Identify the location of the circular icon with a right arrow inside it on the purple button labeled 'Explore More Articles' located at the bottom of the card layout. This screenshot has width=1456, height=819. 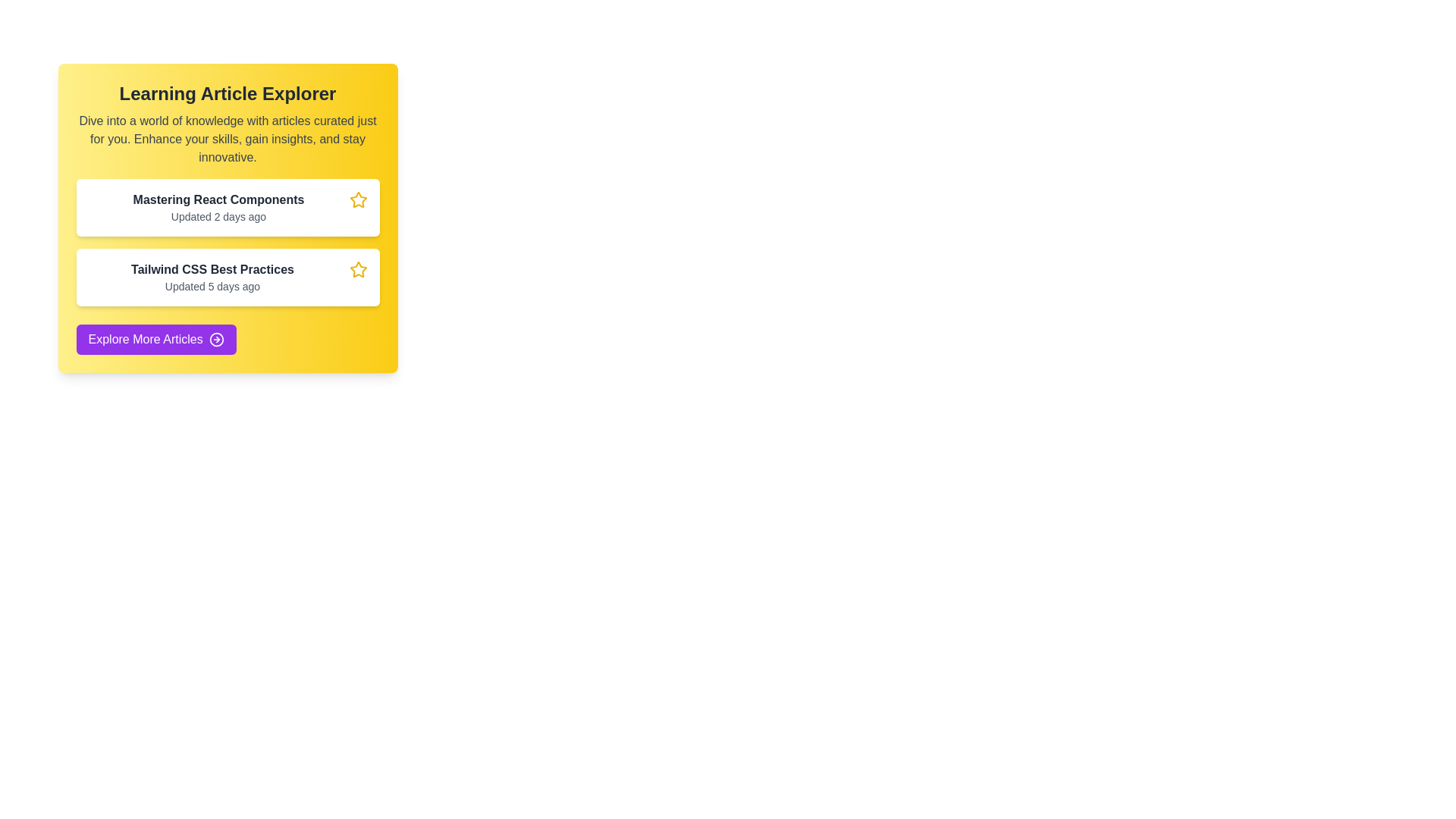
(215, 338).